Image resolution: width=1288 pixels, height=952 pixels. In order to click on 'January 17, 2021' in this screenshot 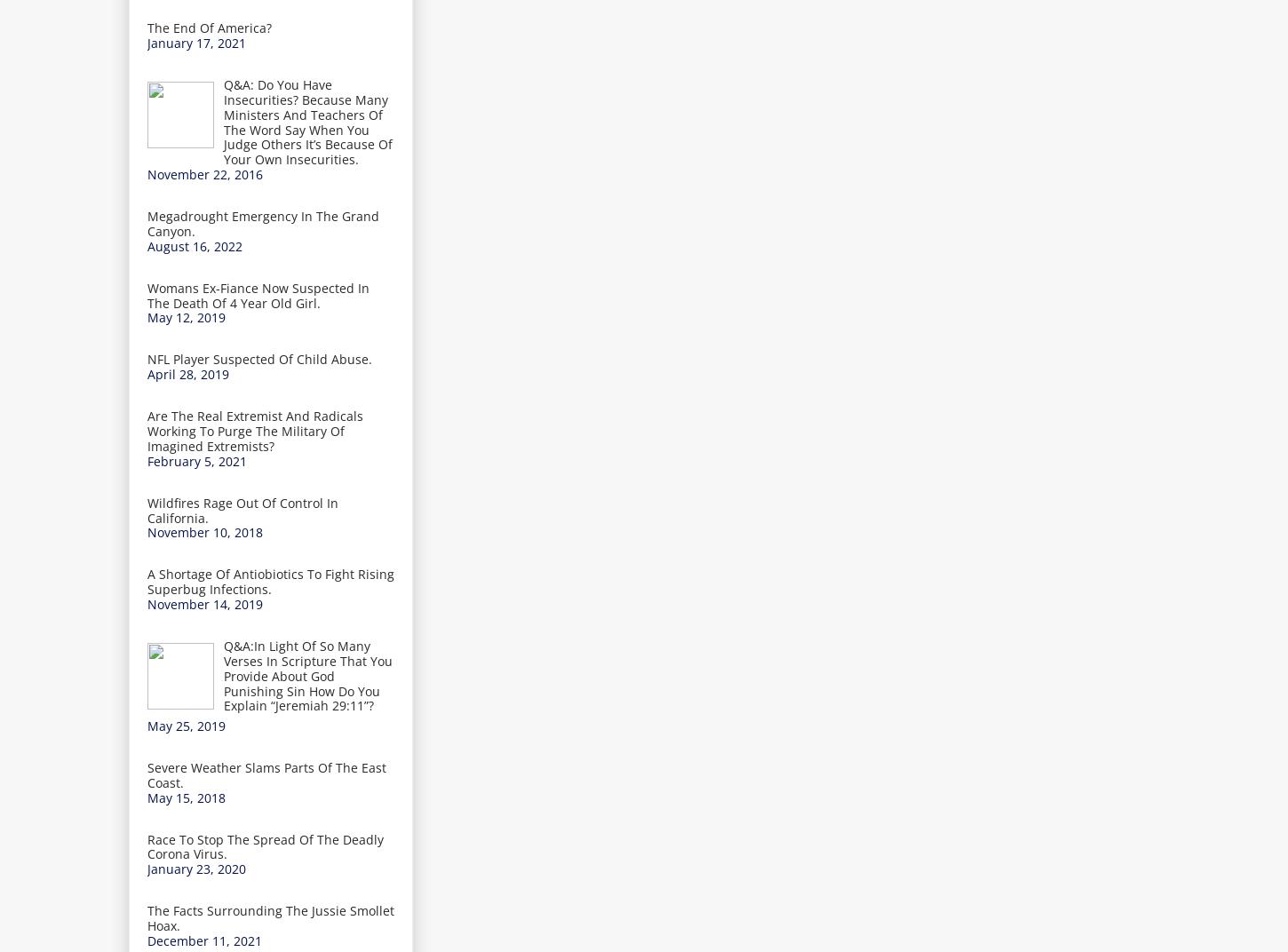, I will do `click(195, 42)`.